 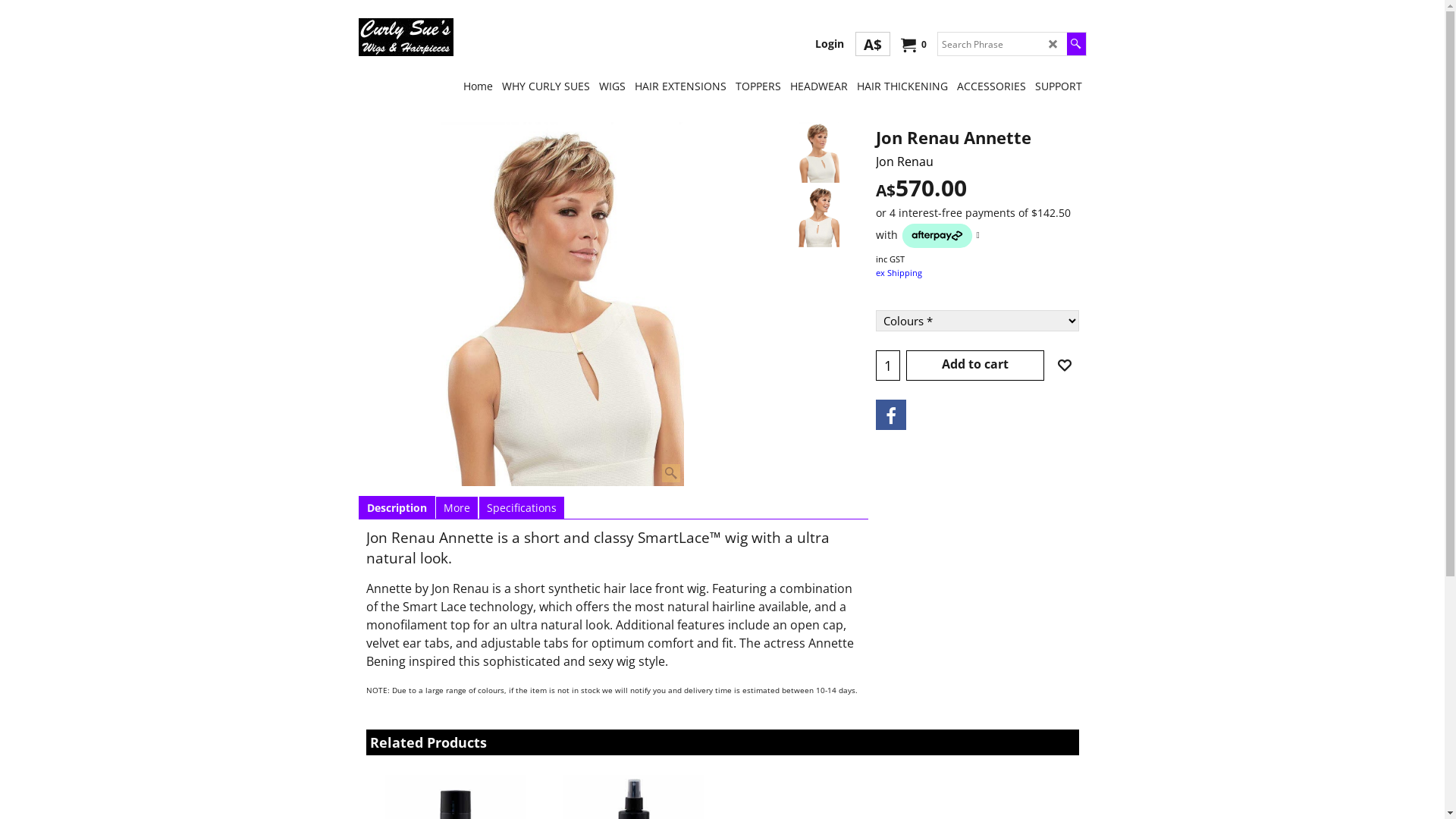 What do you see at coordinates (898, 271) in the screenshot?
I see `'ex Shipping'` at bounding box center [898, 271].